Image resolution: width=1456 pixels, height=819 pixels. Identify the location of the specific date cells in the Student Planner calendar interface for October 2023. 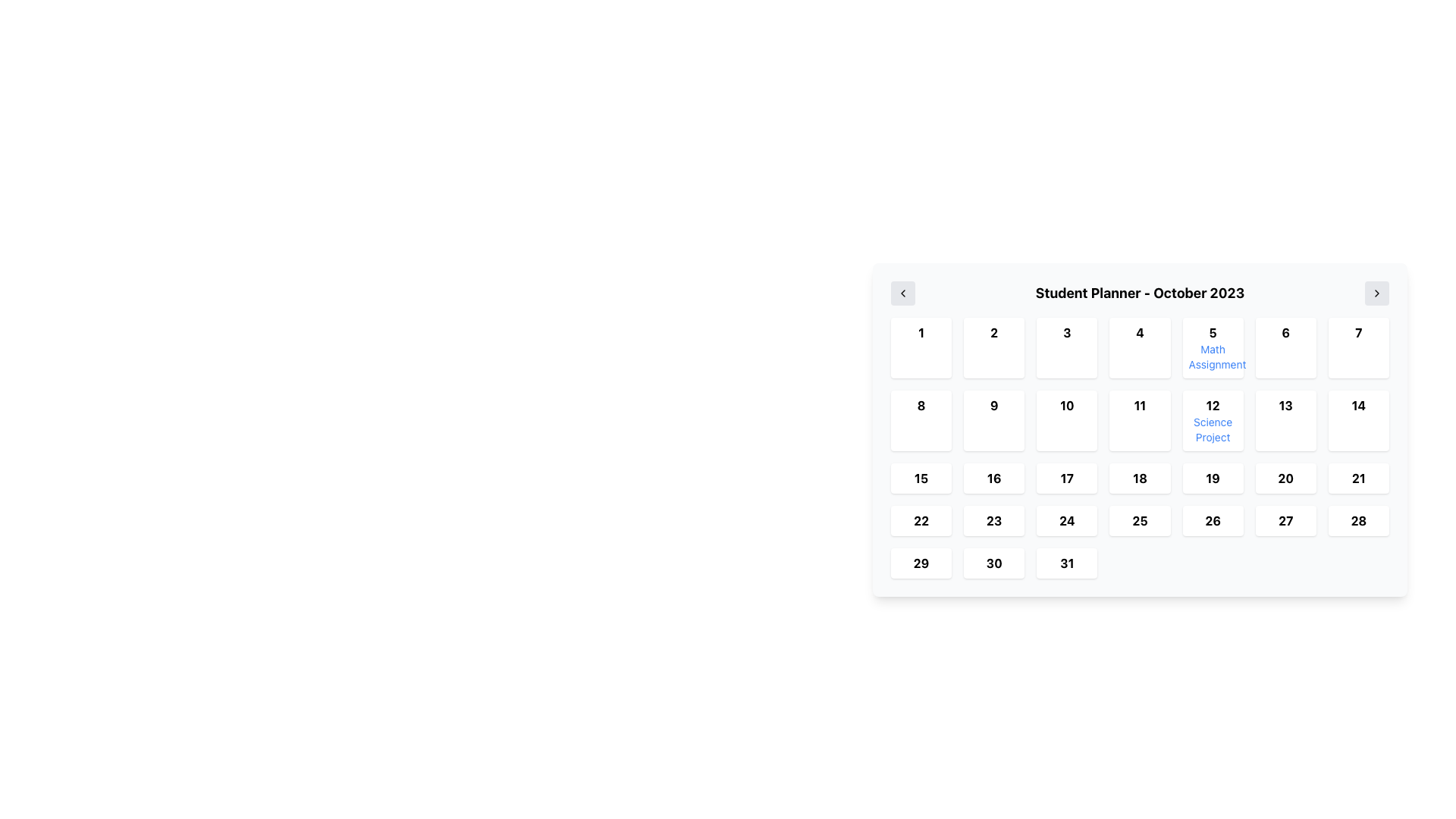
(1140, 429).